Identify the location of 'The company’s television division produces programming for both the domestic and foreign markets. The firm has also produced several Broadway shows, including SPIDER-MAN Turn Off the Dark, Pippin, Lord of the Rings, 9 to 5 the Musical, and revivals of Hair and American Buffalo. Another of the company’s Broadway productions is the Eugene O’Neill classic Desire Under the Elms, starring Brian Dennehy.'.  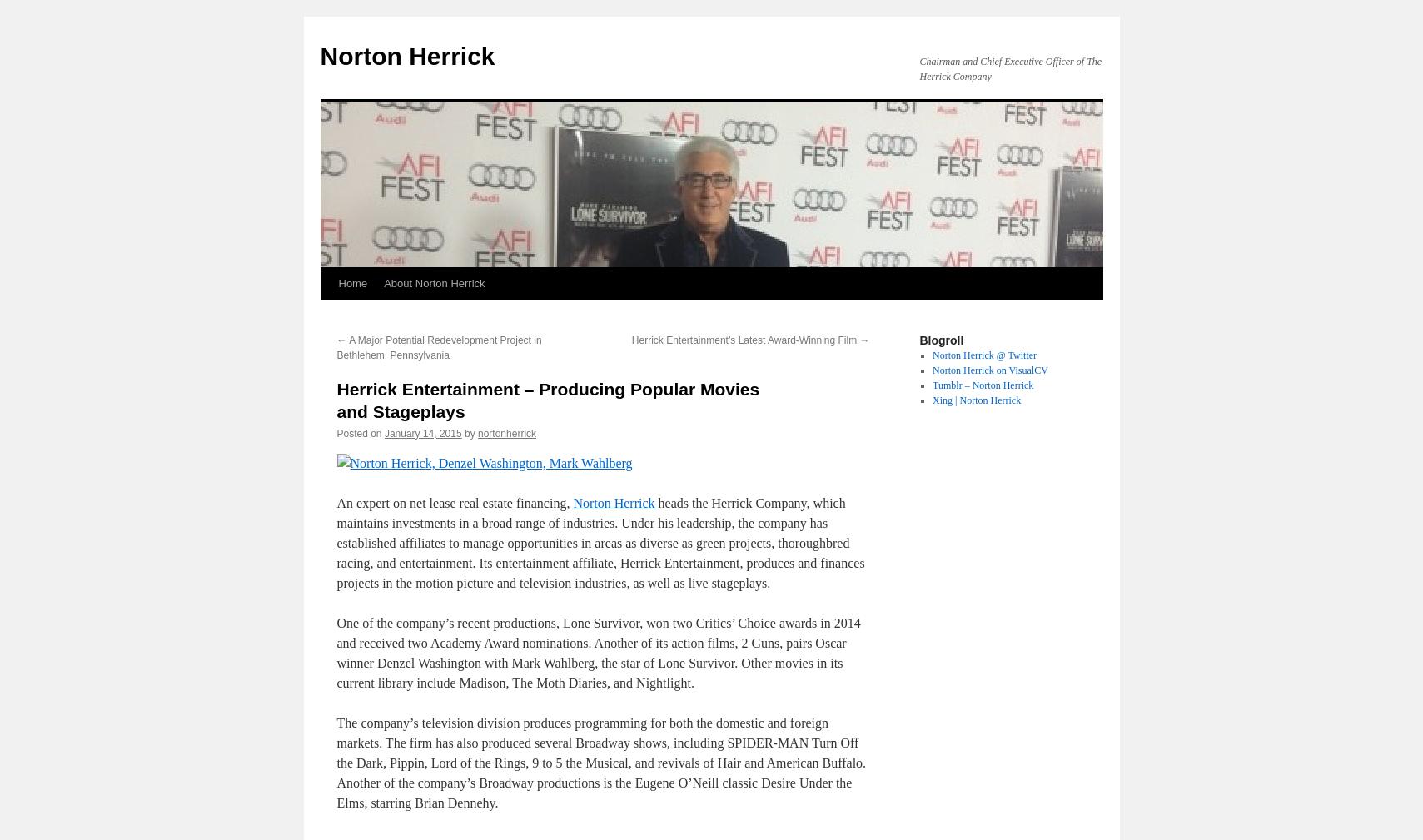
(600, 762).